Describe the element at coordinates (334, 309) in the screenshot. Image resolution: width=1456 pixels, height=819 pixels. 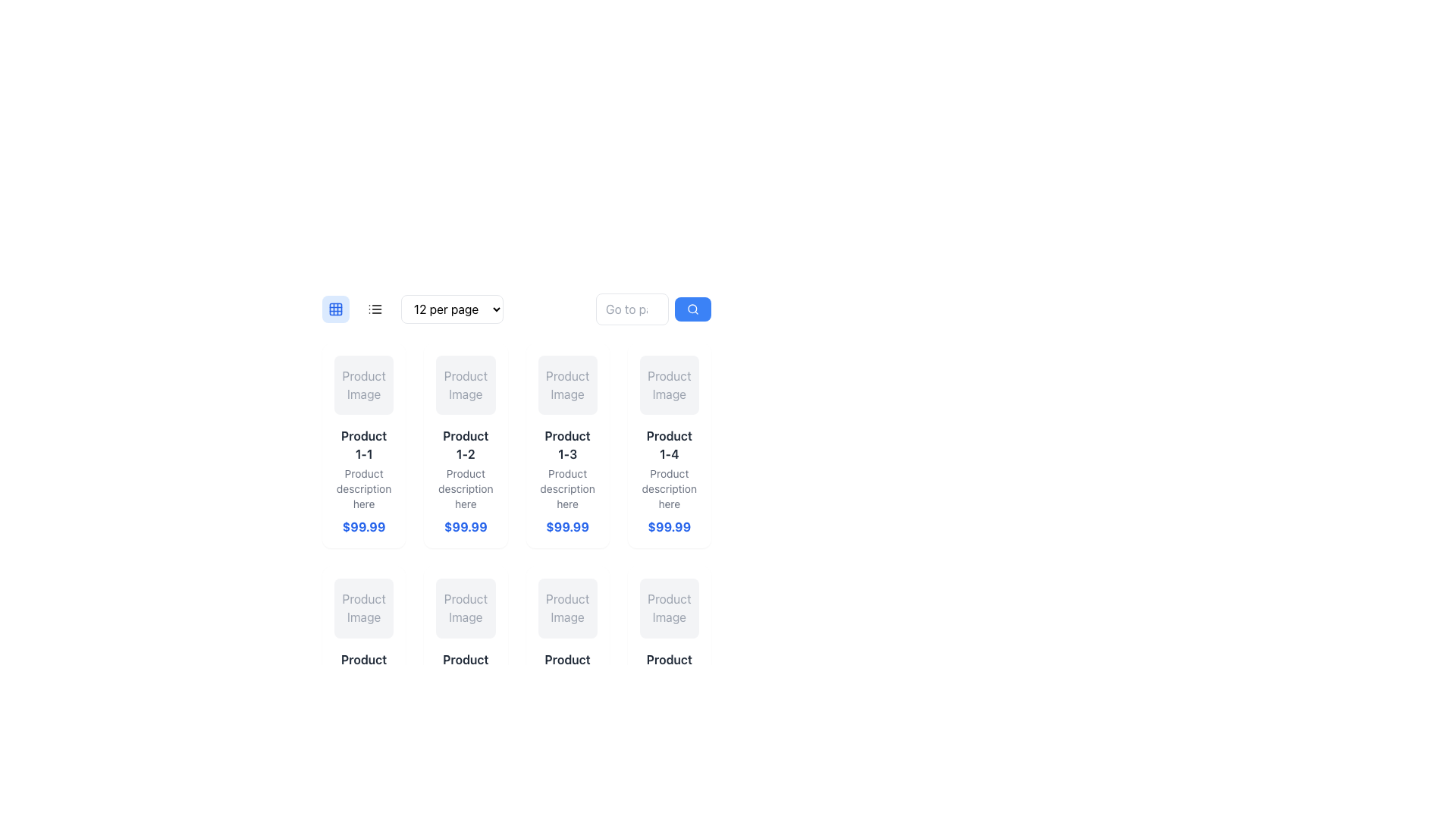
I see `the view mode selector button located at the top-left of the horizontal toolbar` at that location.